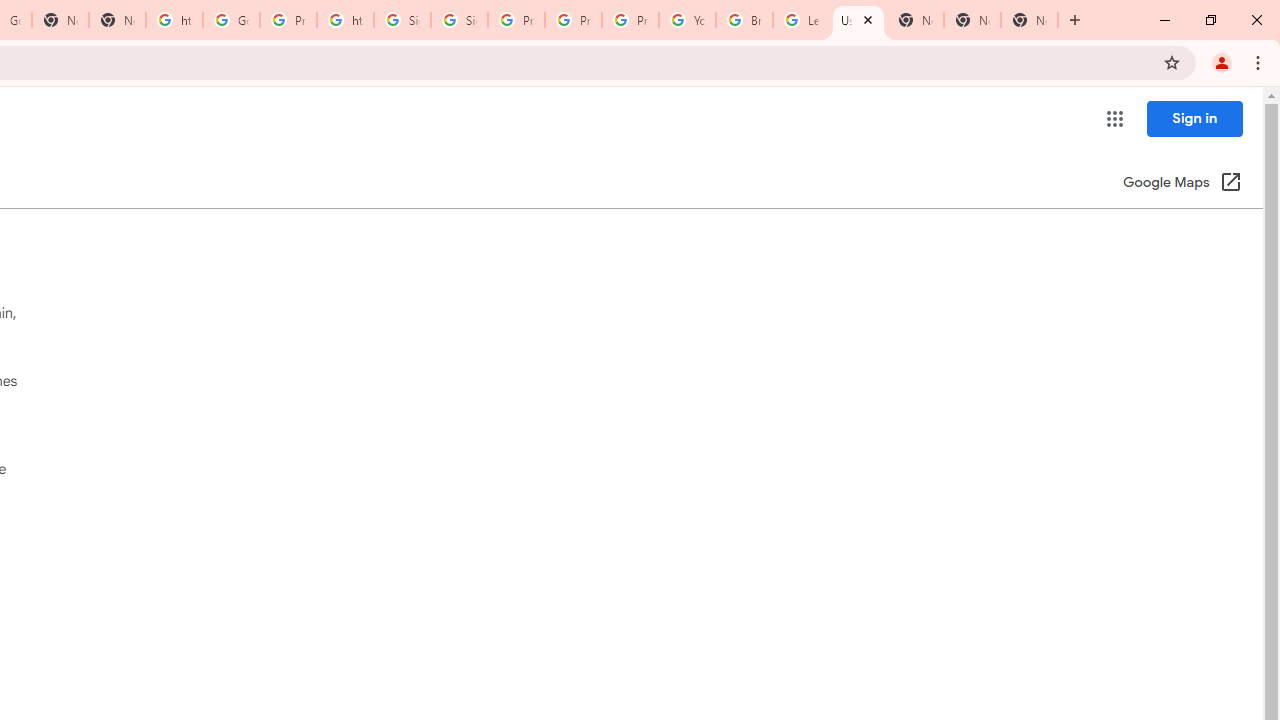 The width and height of the screenshot is (1280, 720). I want to click on 'New Tab', so click(1029, 20).